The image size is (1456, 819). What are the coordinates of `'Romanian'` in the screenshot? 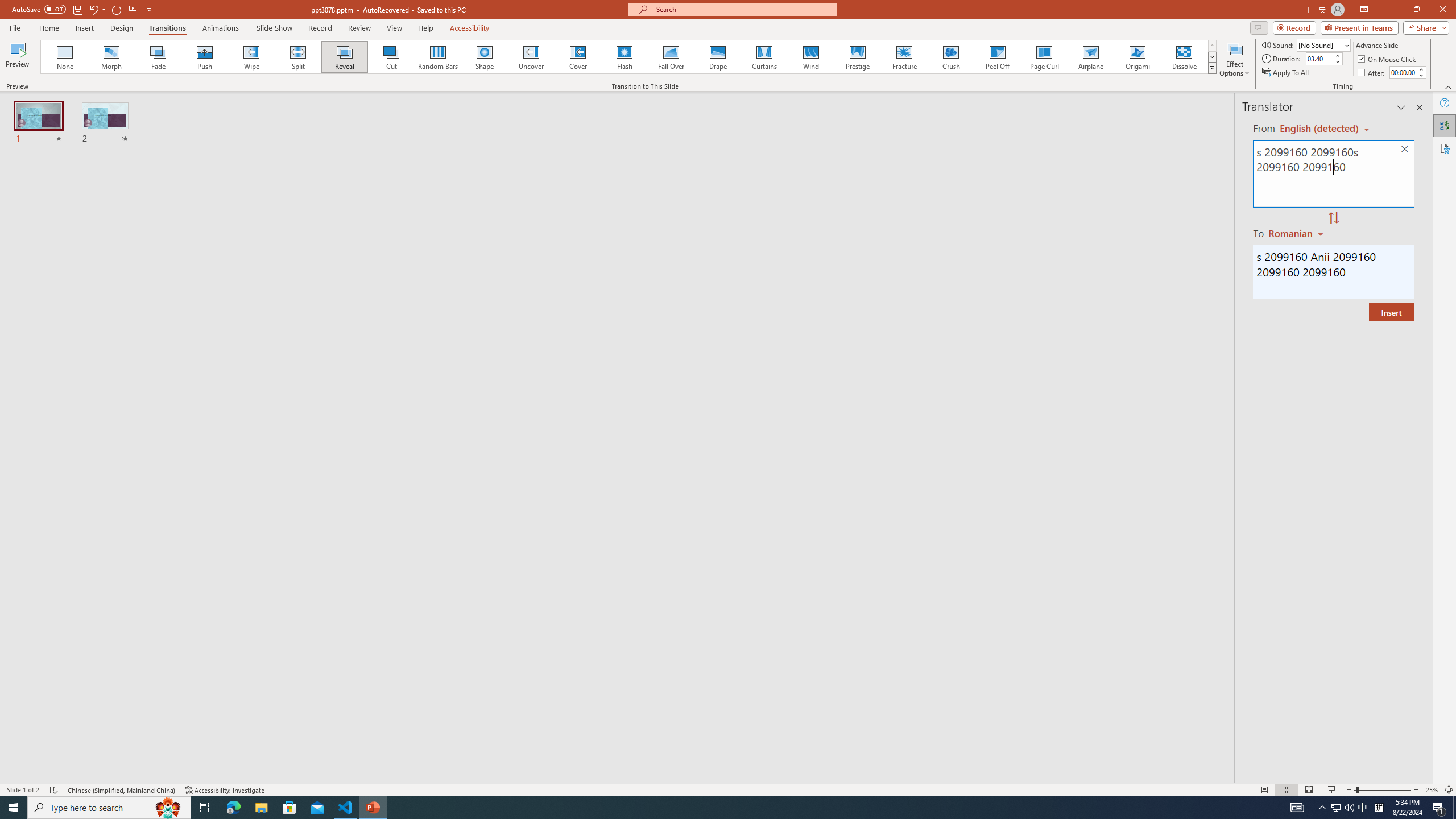 It's located at (1296, 233).